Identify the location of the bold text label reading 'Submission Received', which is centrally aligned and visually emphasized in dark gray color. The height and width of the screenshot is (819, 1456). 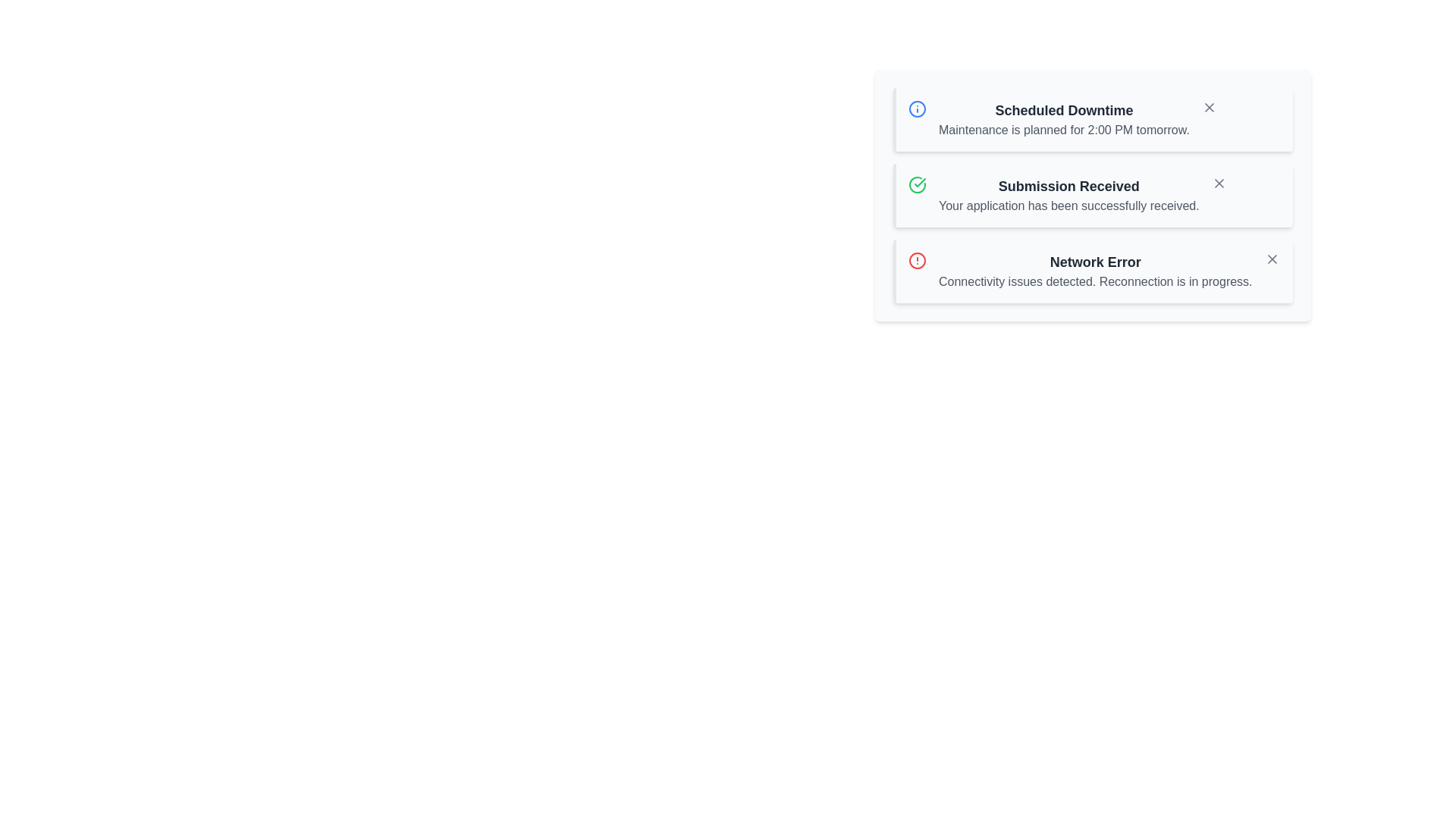
(1068, 186).